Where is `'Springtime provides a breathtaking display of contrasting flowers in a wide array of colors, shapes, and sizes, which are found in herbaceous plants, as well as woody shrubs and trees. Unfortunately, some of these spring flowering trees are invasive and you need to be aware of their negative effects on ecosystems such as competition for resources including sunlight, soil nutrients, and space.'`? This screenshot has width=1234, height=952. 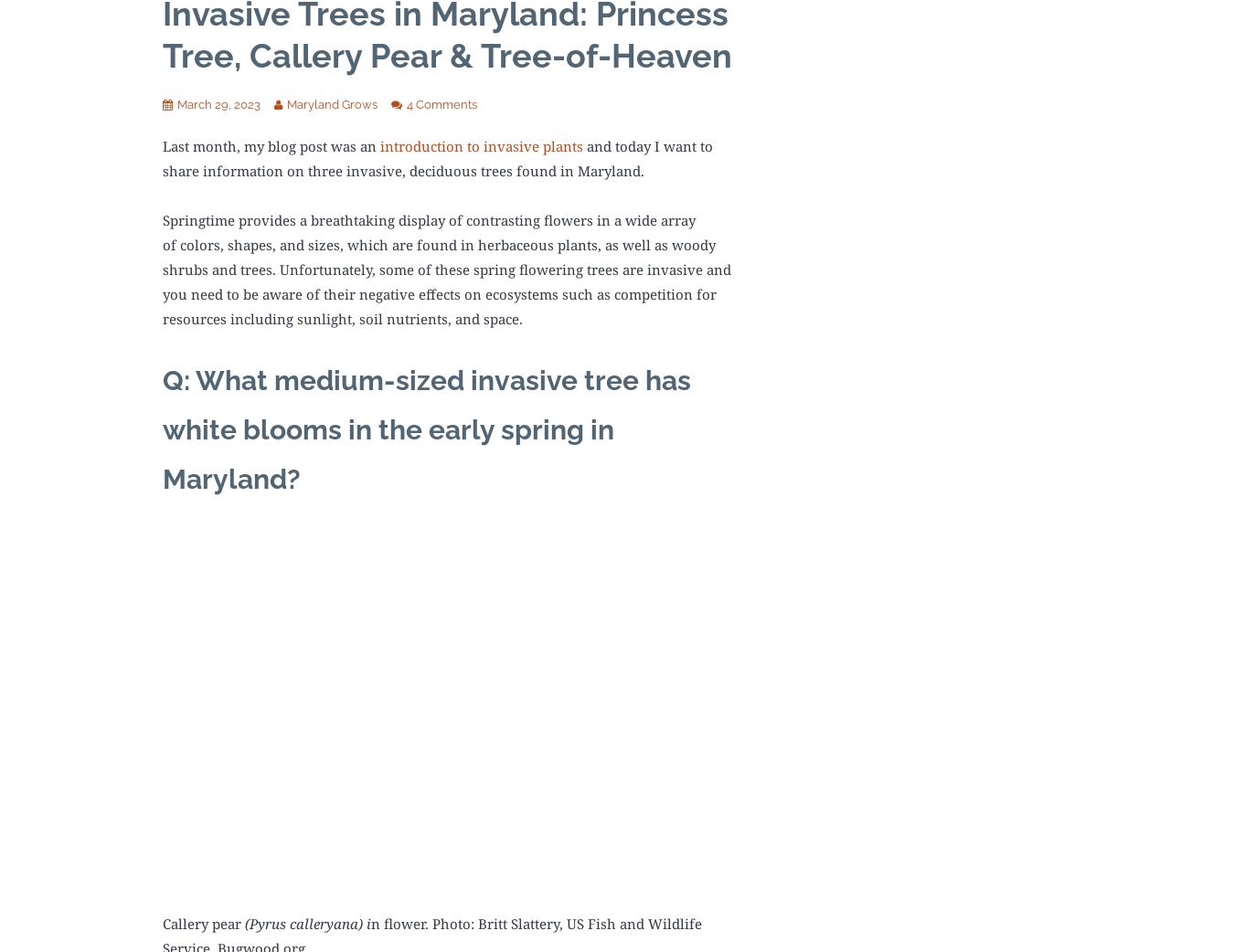 'Springtime provides a breathtaking display of contrasting flowers in a wide array of colors, shapes, and sizes, which are found in herbaceous plants, as well as woody shrubs and trees. Unfortunately, some of these spring flowering trees are invasive and you need to be aware of their negative effects on ecosystems such as competition for resources including sunlight, soil nutrients, and space.' is located at coordinates (163, 268).